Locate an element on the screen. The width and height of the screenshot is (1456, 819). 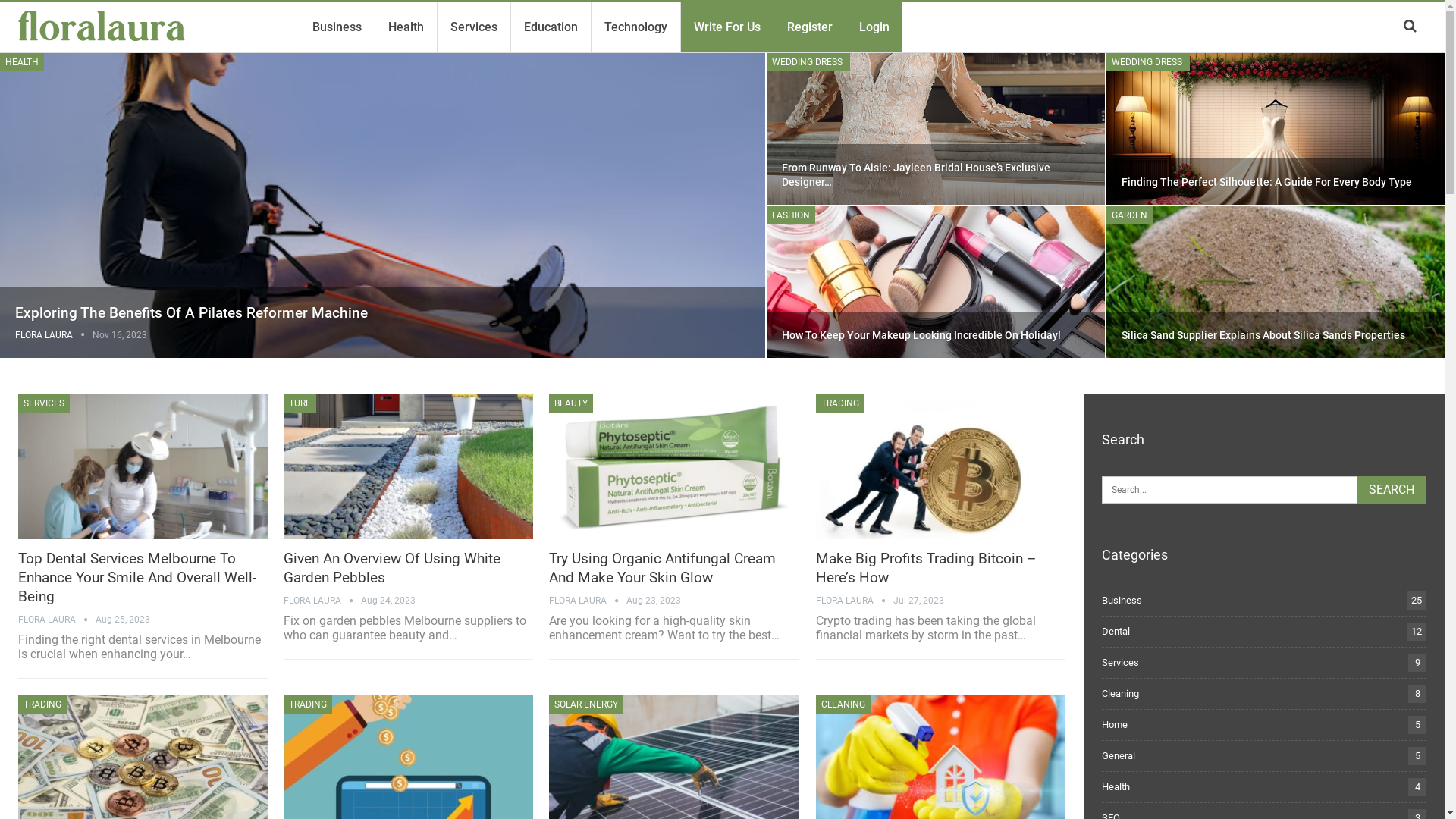
'Exploring The Benefits Of A Pilates Reformer Machine' is located at coordinates (190, 312).